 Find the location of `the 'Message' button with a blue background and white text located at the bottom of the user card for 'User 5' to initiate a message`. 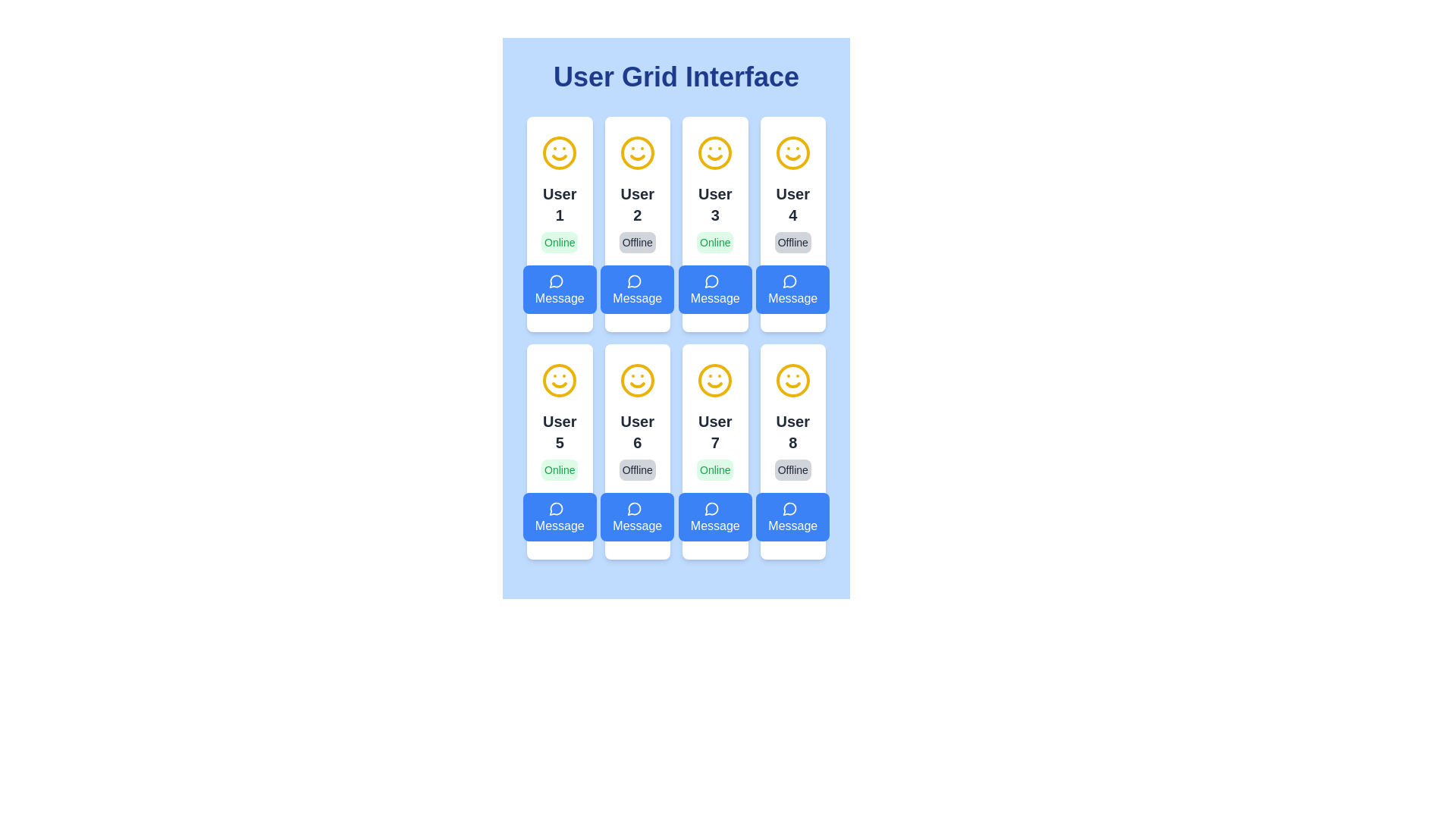

the 'Message' button with a blue background and white text located at the bottom of the user card for 'User 5' to initiate a message is located at coordinates (559, 516).